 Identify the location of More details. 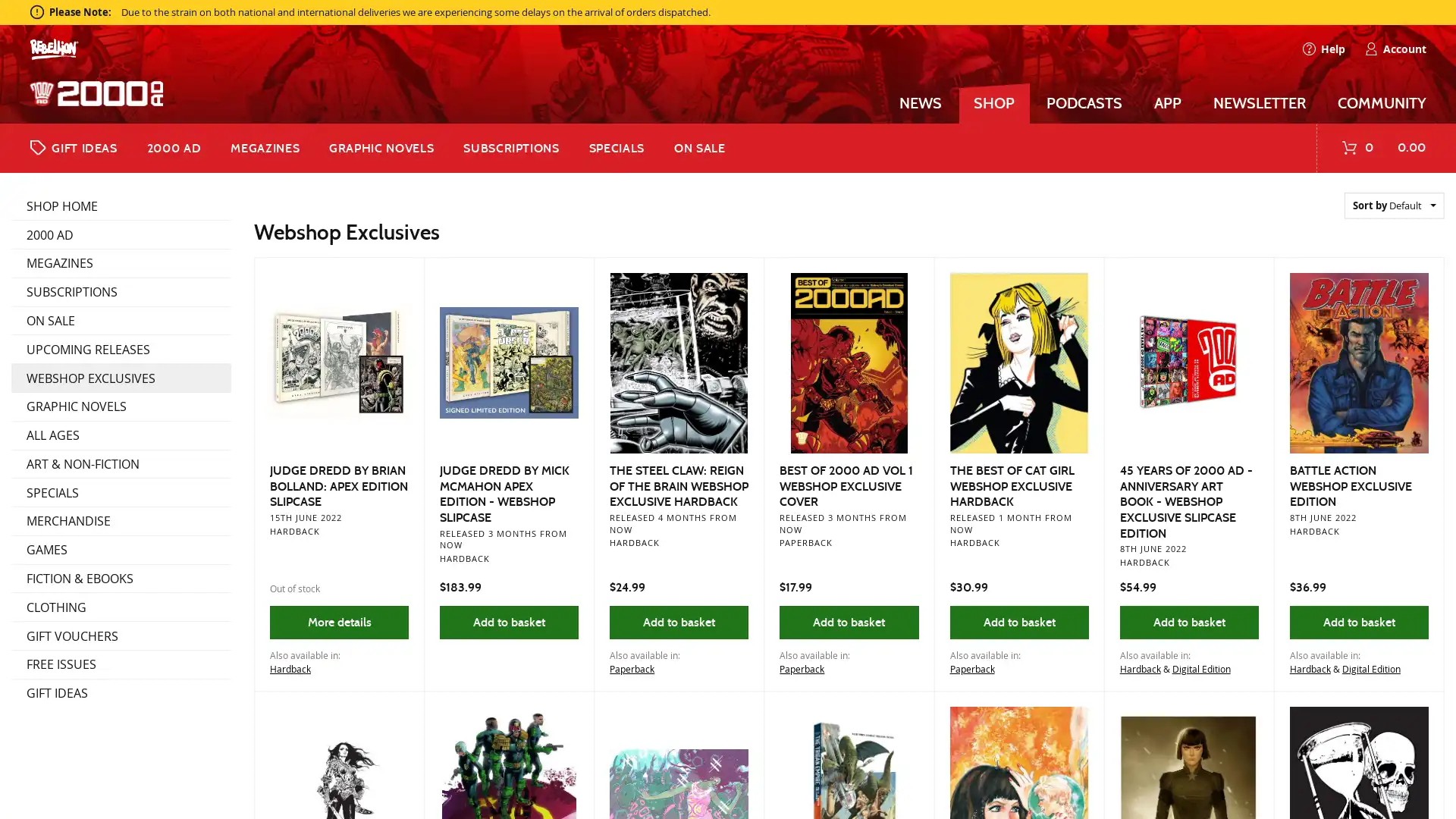
(337, 622).